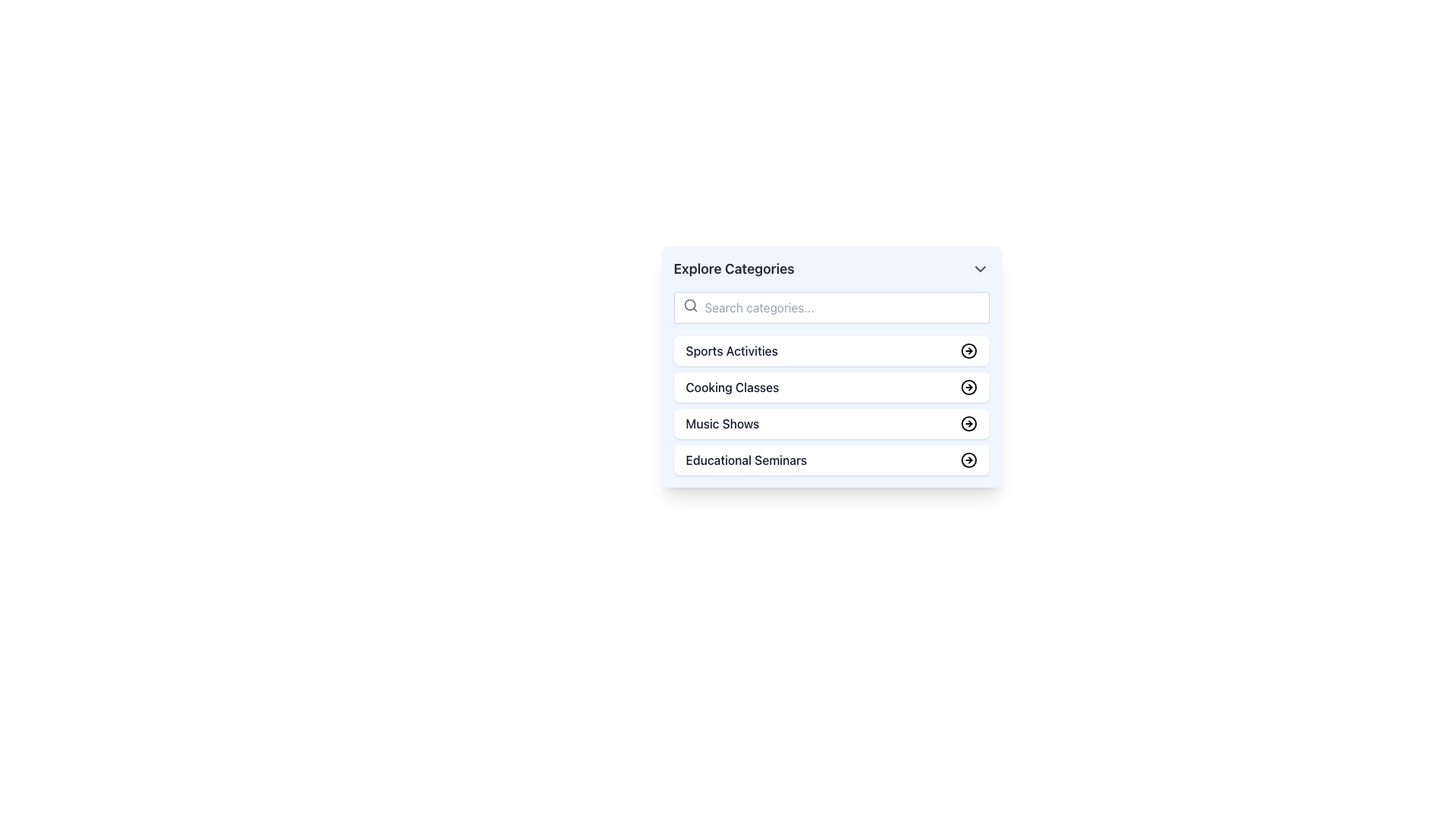  What do you see at coordinates (830, 350) in the screenshot?
I see `the first button-like option in the list` at bounding box center [830, 350].